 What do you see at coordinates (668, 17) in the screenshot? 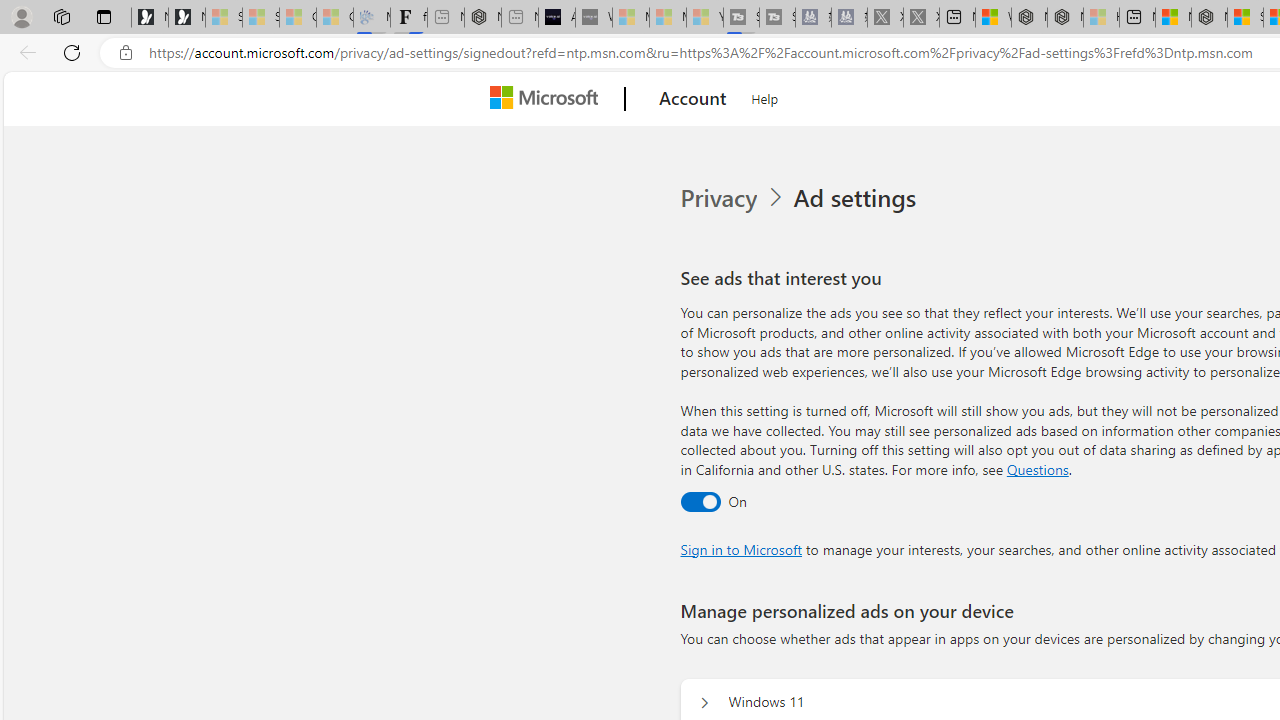
I see `'Microsoft Start - Sleeping'` at bounding box center [668, 17].